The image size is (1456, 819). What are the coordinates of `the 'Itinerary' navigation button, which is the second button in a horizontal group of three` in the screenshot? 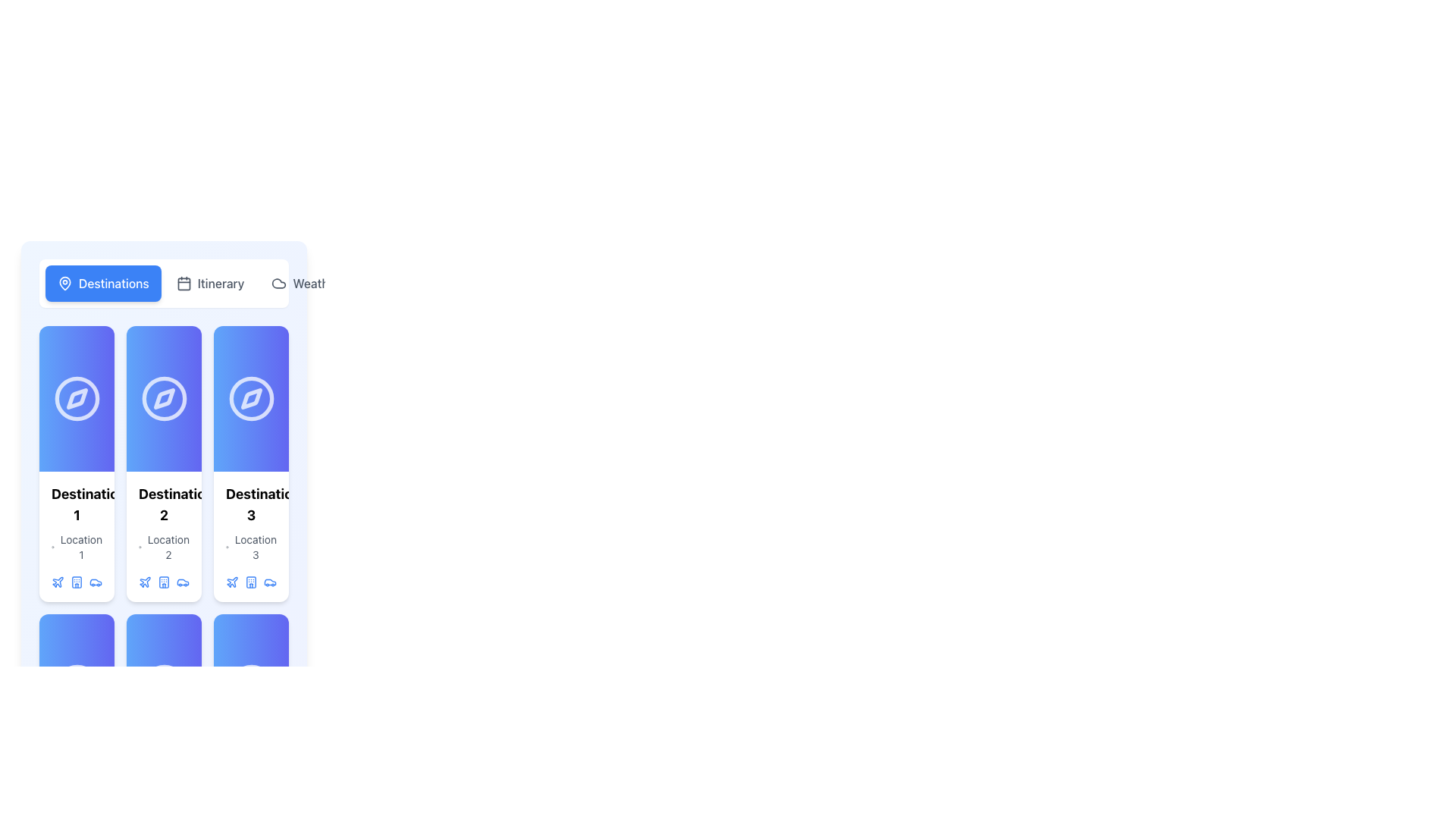 It's located at (209, 284).